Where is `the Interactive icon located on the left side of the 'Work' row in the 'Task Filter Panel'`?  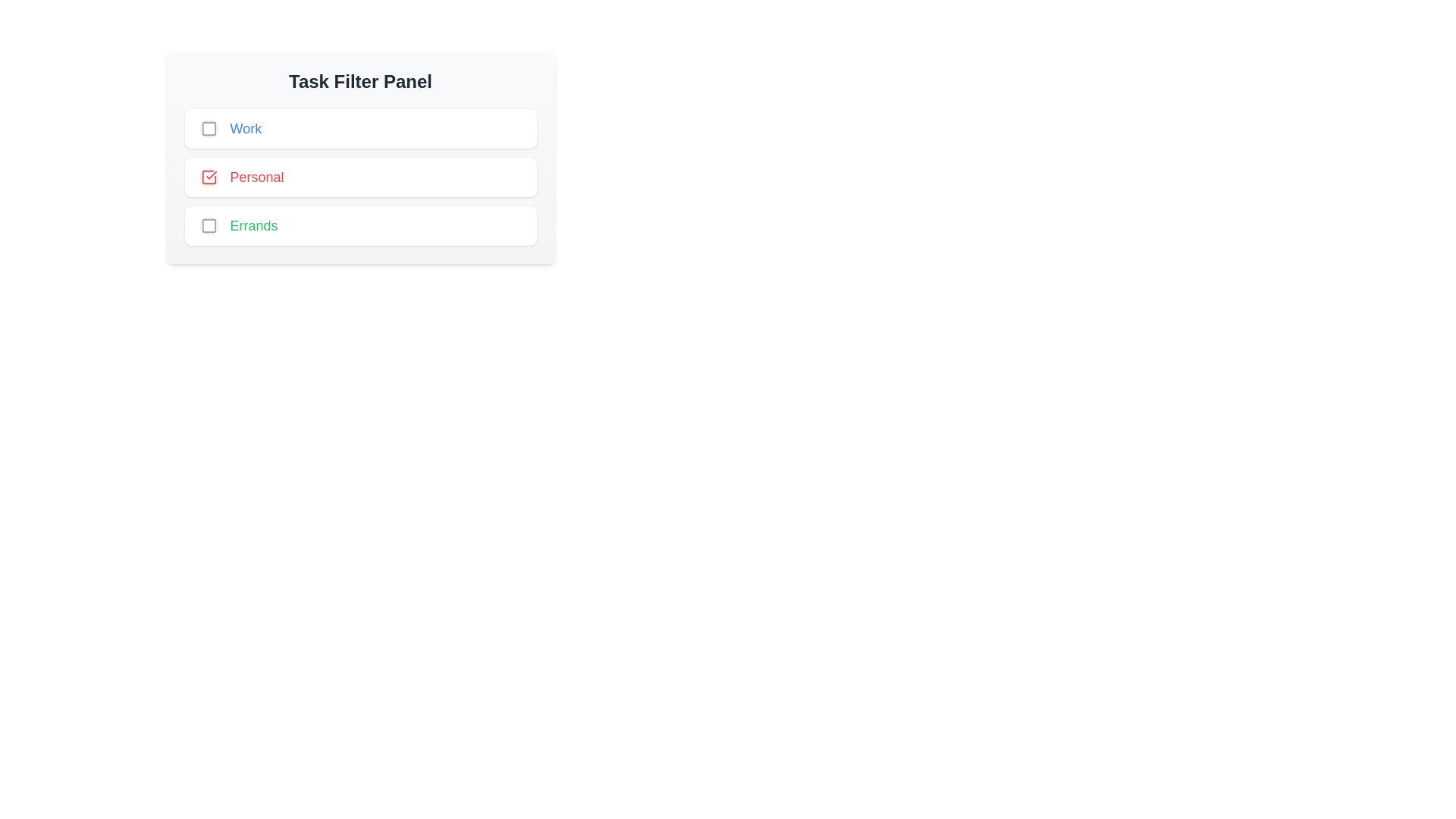 the Interactive icon located on the left side of the 'Work' row in the 'Task Filter Panel' is located at coordinates (208, 127).